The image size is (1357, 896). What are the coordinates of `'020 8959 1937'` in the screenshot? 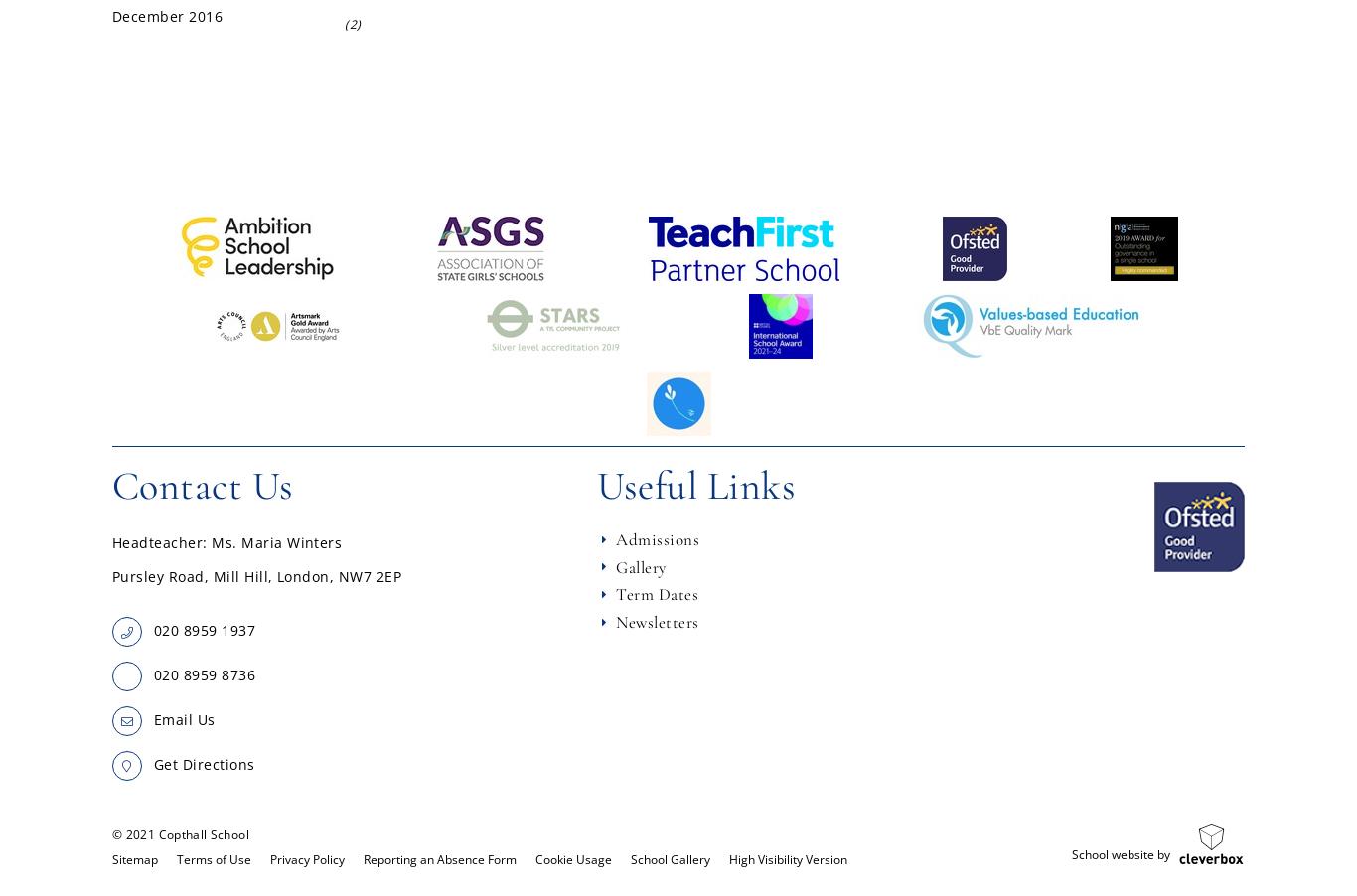 It's located at (203, 629).